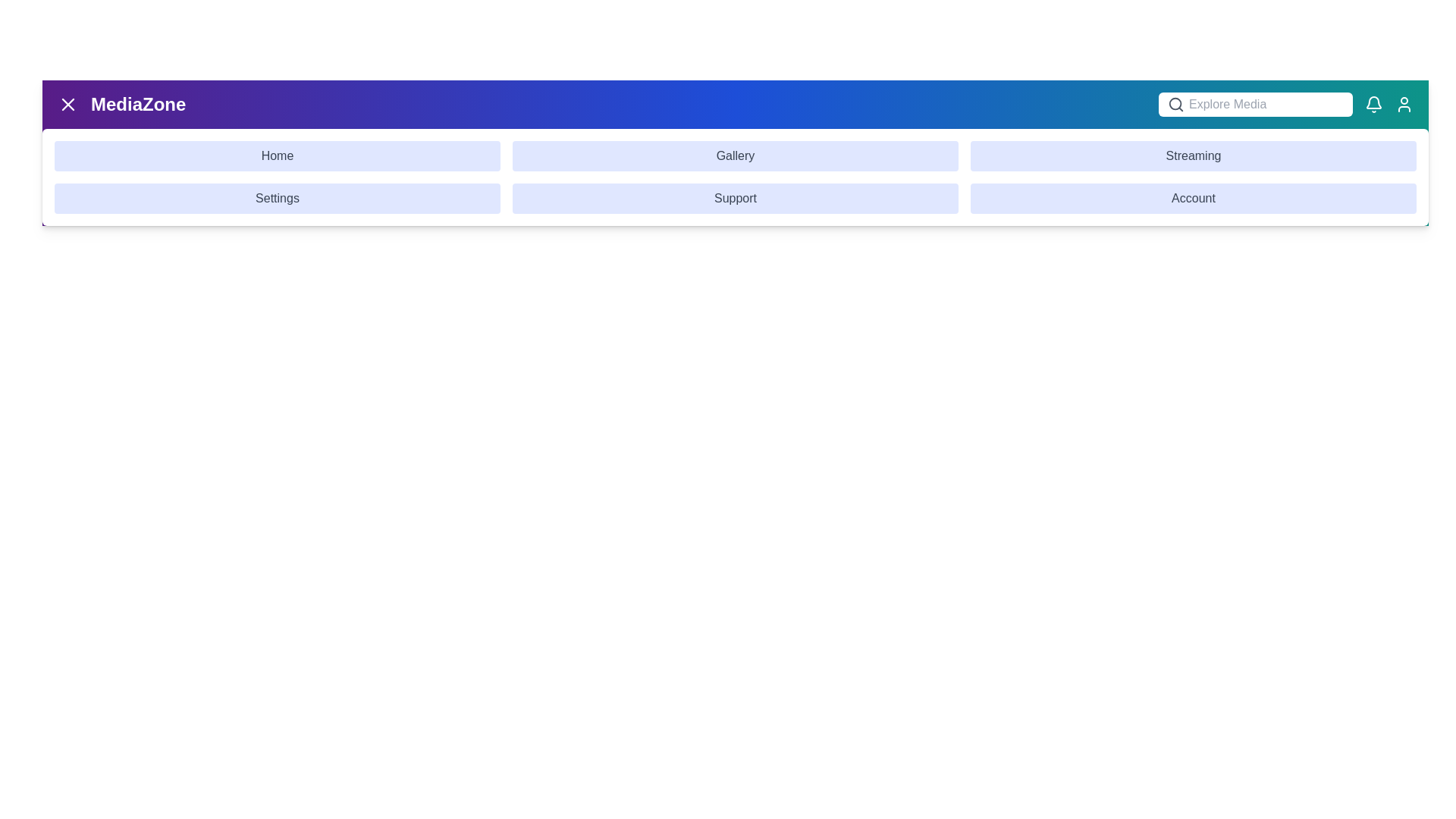 This screenshot has height=819, width=1456. Describe the element at coordinates (1373, 104) in the screenshot. I see `the notification icon in the app bar` at that location.